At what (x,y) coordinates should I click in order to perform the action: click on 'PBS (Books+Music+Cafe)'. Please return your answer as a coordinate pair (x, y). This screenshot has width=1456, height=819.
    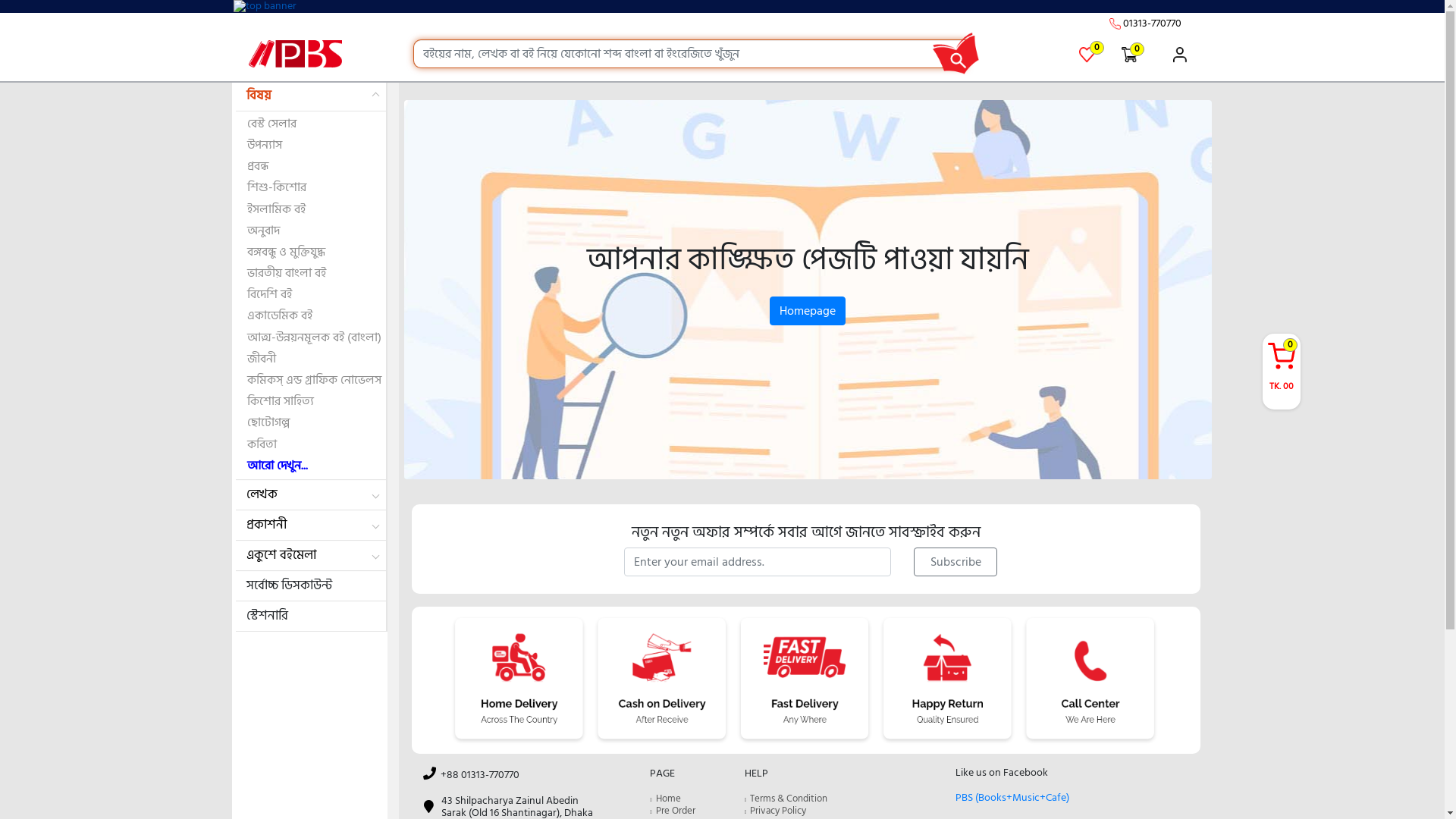
    Looking at the image, I should click on (1012, 796).